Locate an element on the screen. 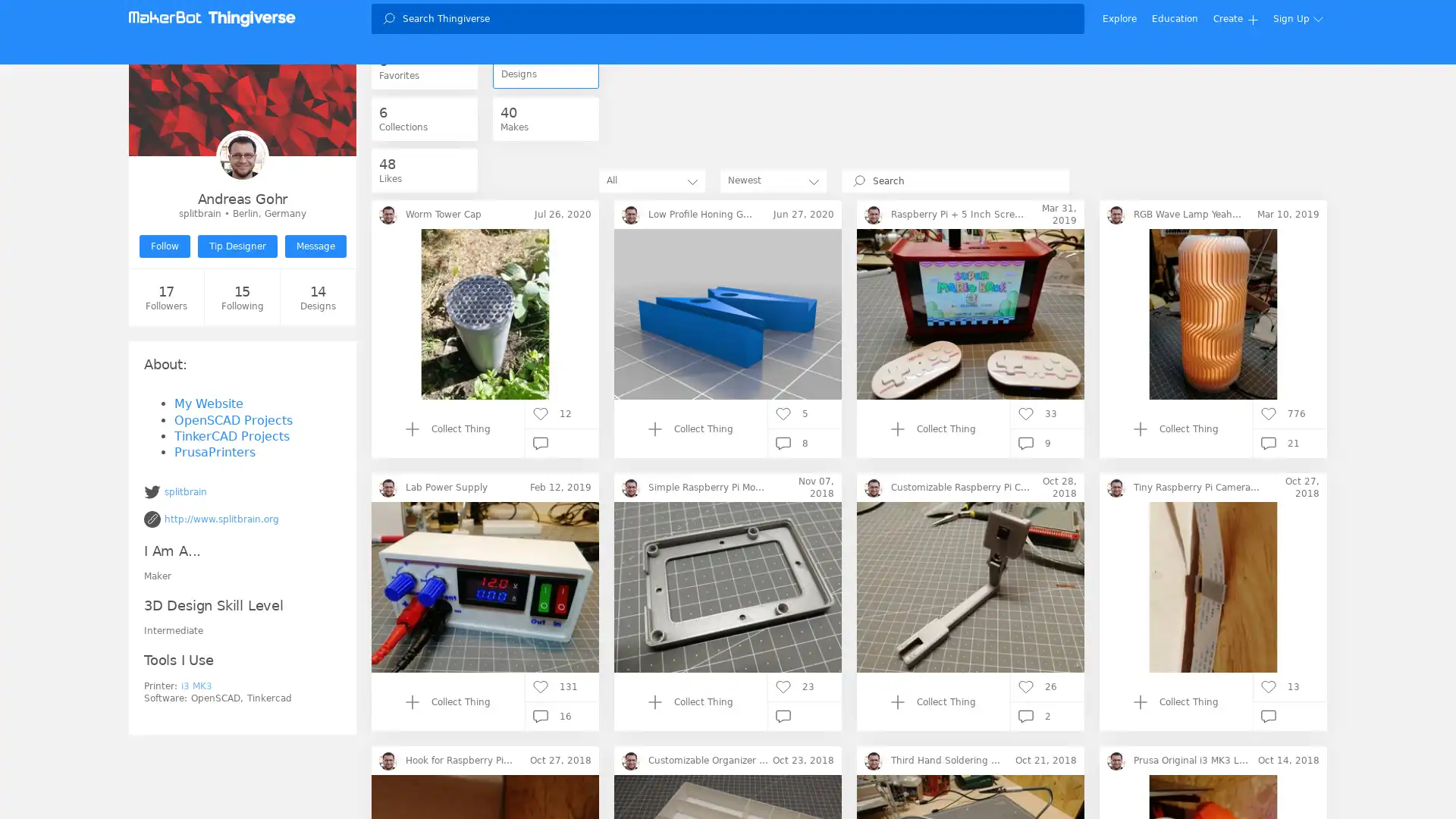 The image size is (1456, 819). Sign Up is located at coordinates (1299, 18).